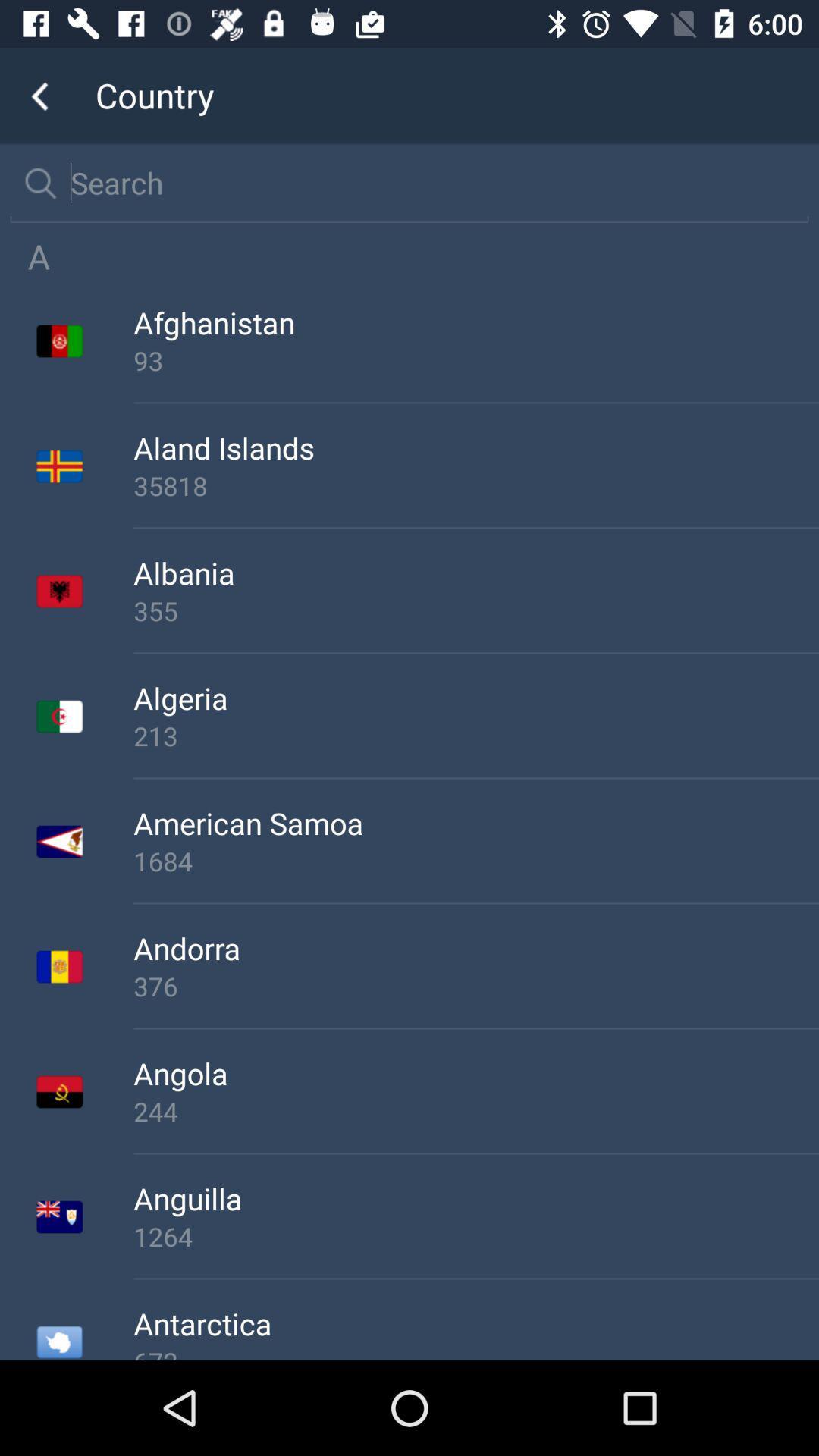 This screenshot has width=819, height=1456. I want to click on the algeria app, so click(475, 697).